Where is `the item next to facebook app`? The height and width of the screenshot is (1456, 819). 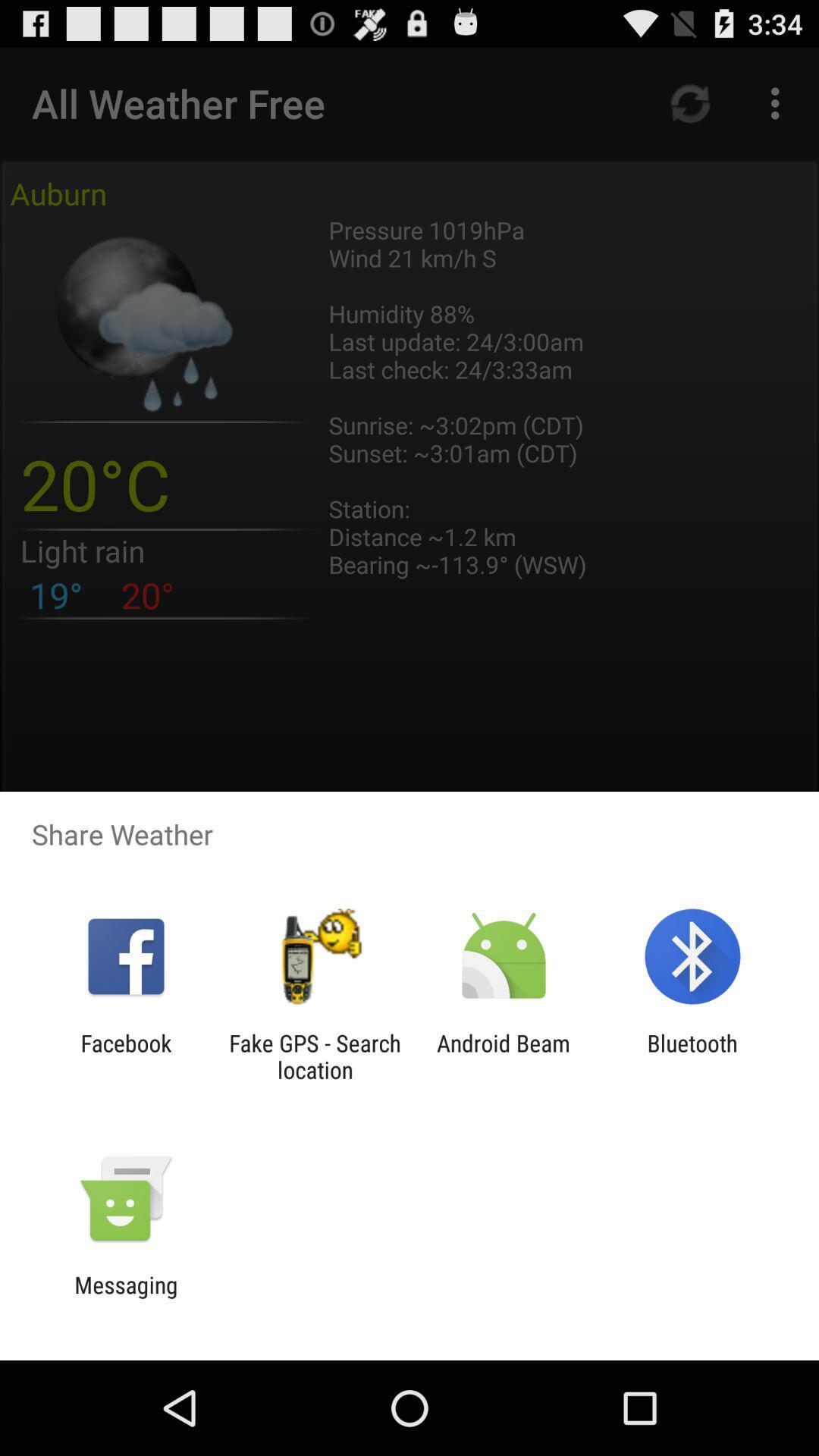 the item next to facebook app is located at coordinates (314, 1056).